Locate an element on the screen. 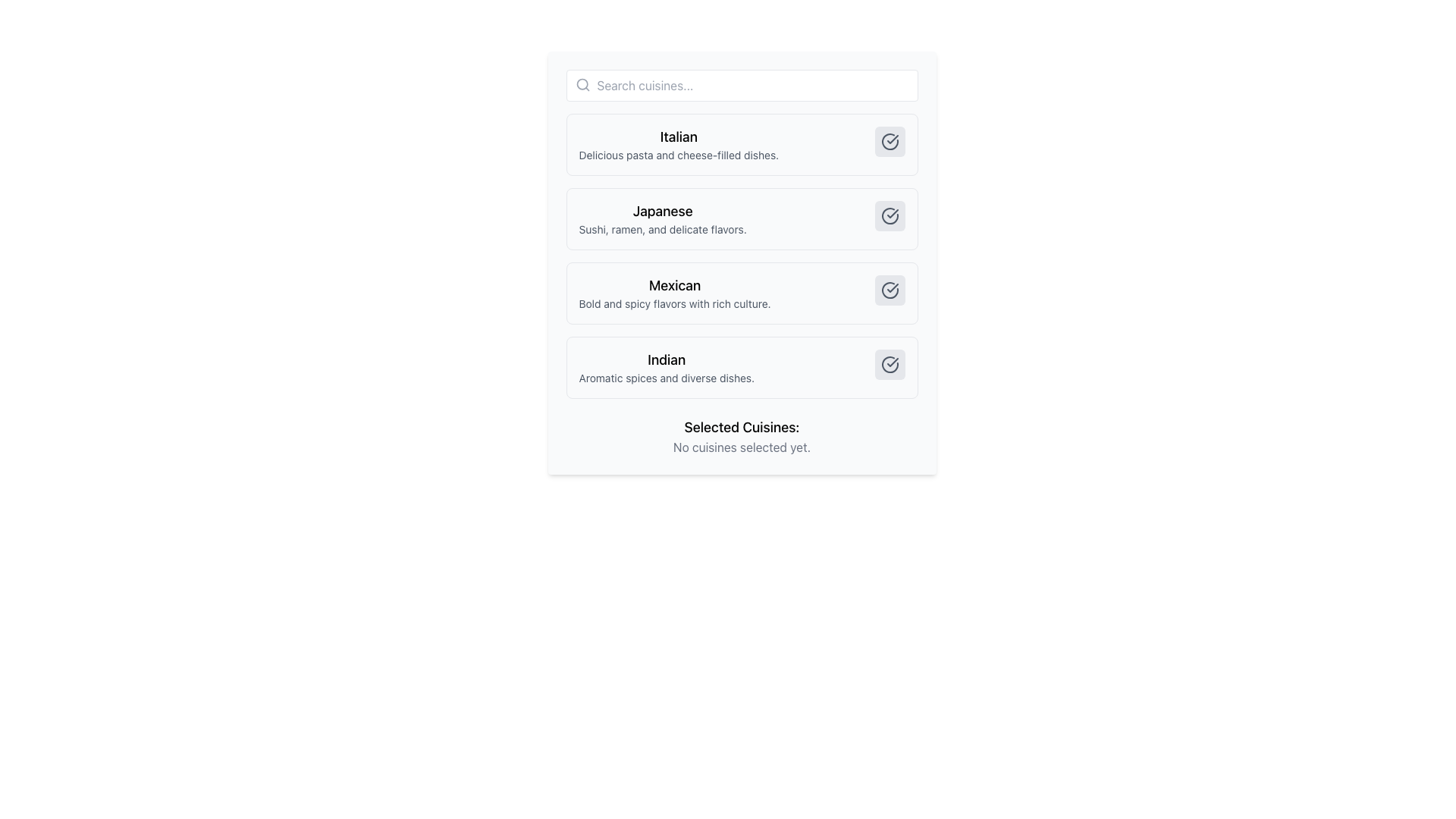 The image size is (1456, 819). the circular button with a gray background and check mark icon located at the top-right corner of the 'Japanese' list item is located at coordinates (890, 216).